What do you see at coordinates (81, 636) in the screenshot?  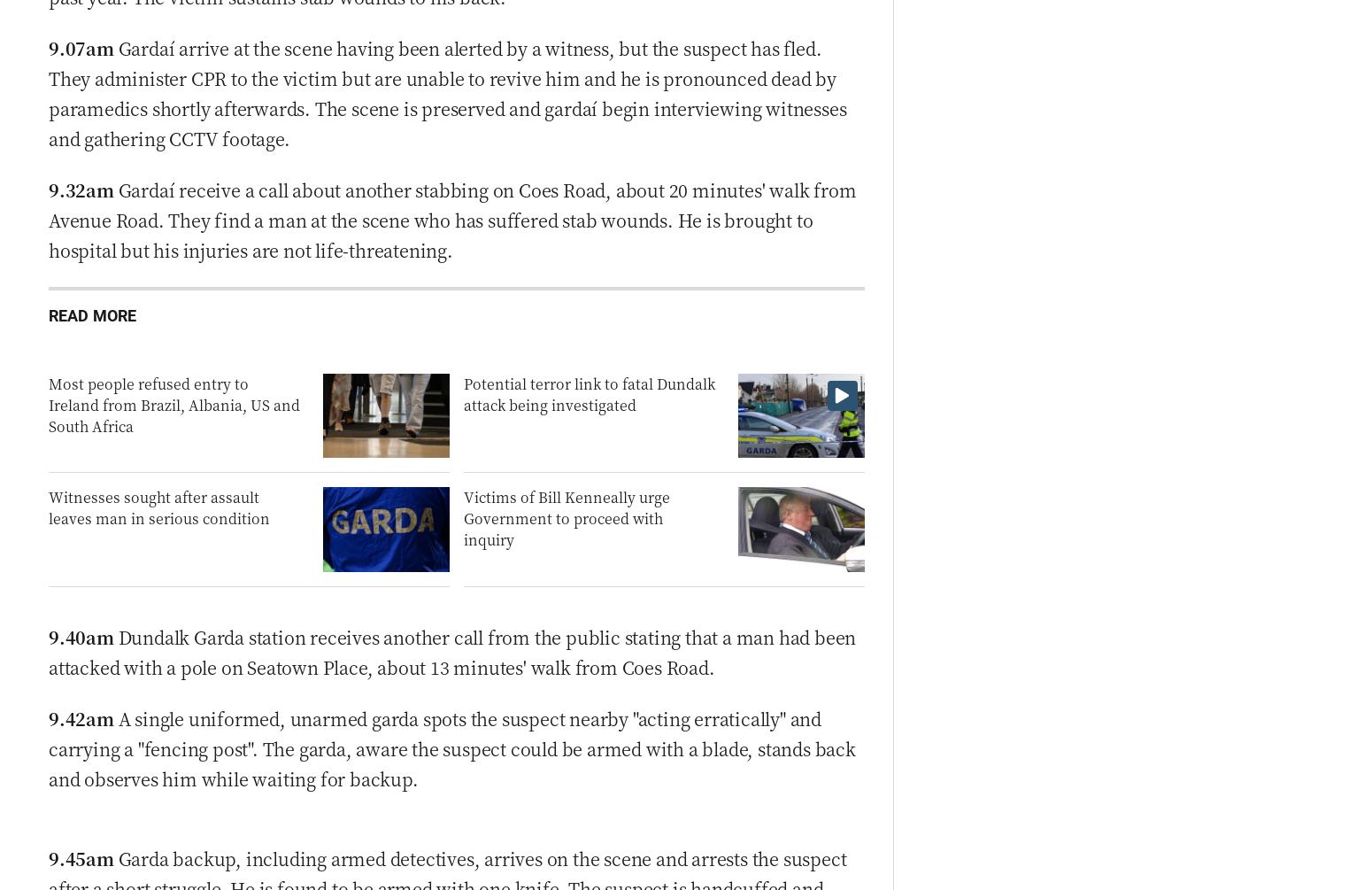 I see `'9.40am'` at bounding box center [81, 636].